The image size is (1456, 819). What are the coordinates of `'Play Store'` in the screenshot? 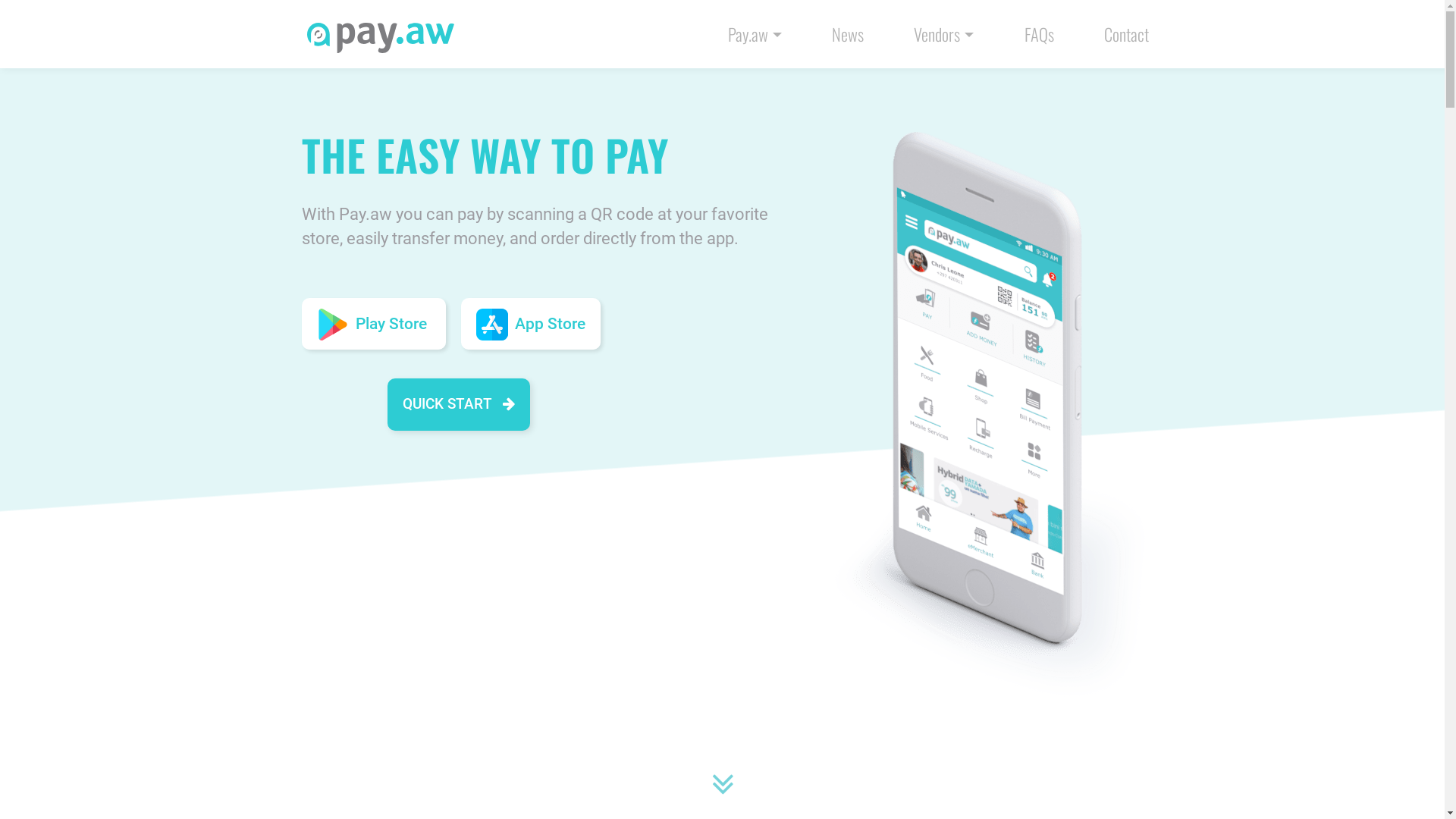 It's located at (374, 323).